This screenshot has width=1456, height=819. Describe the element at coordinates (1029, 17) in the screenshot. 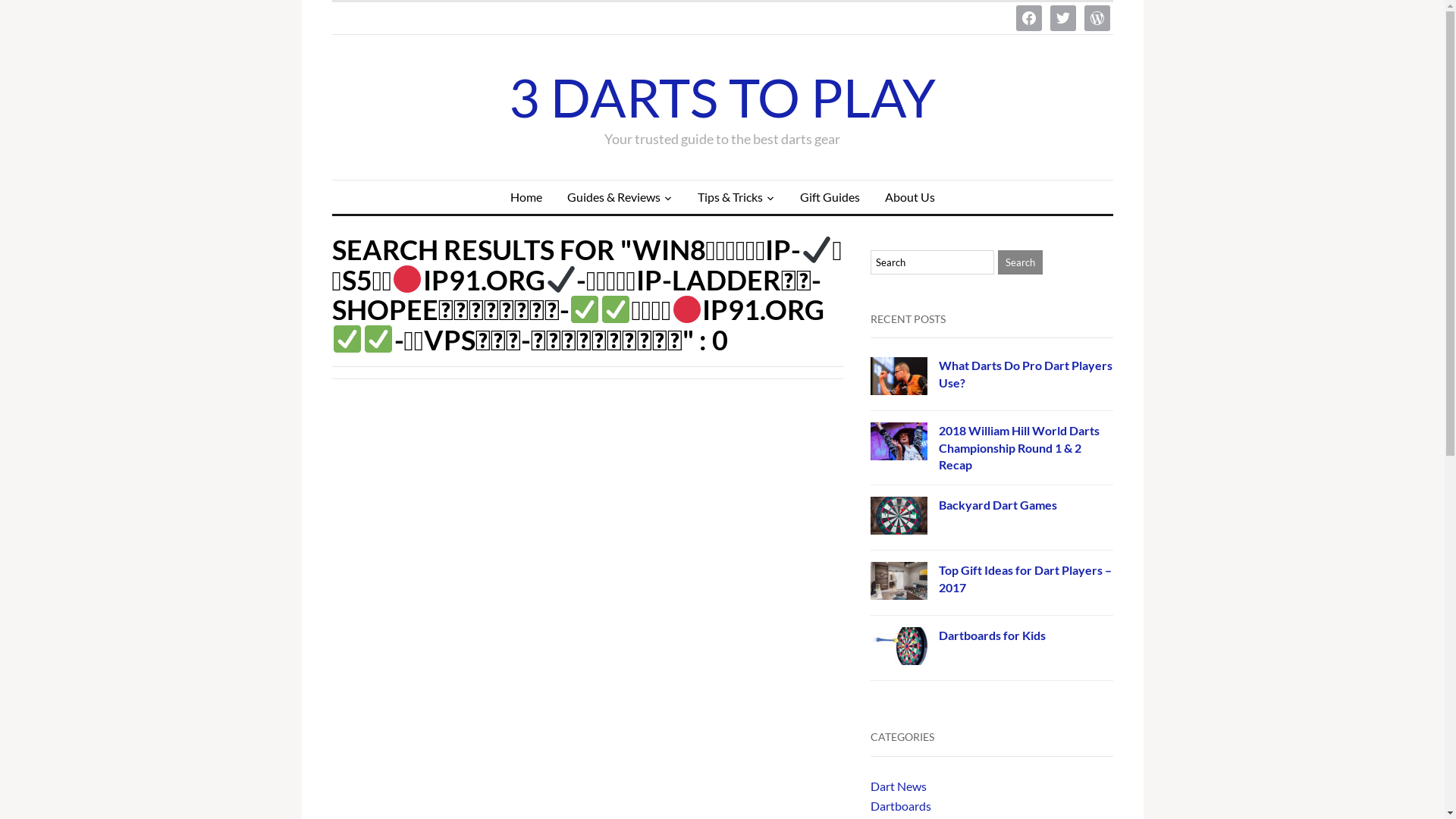

I see `'facebook'` at that location.